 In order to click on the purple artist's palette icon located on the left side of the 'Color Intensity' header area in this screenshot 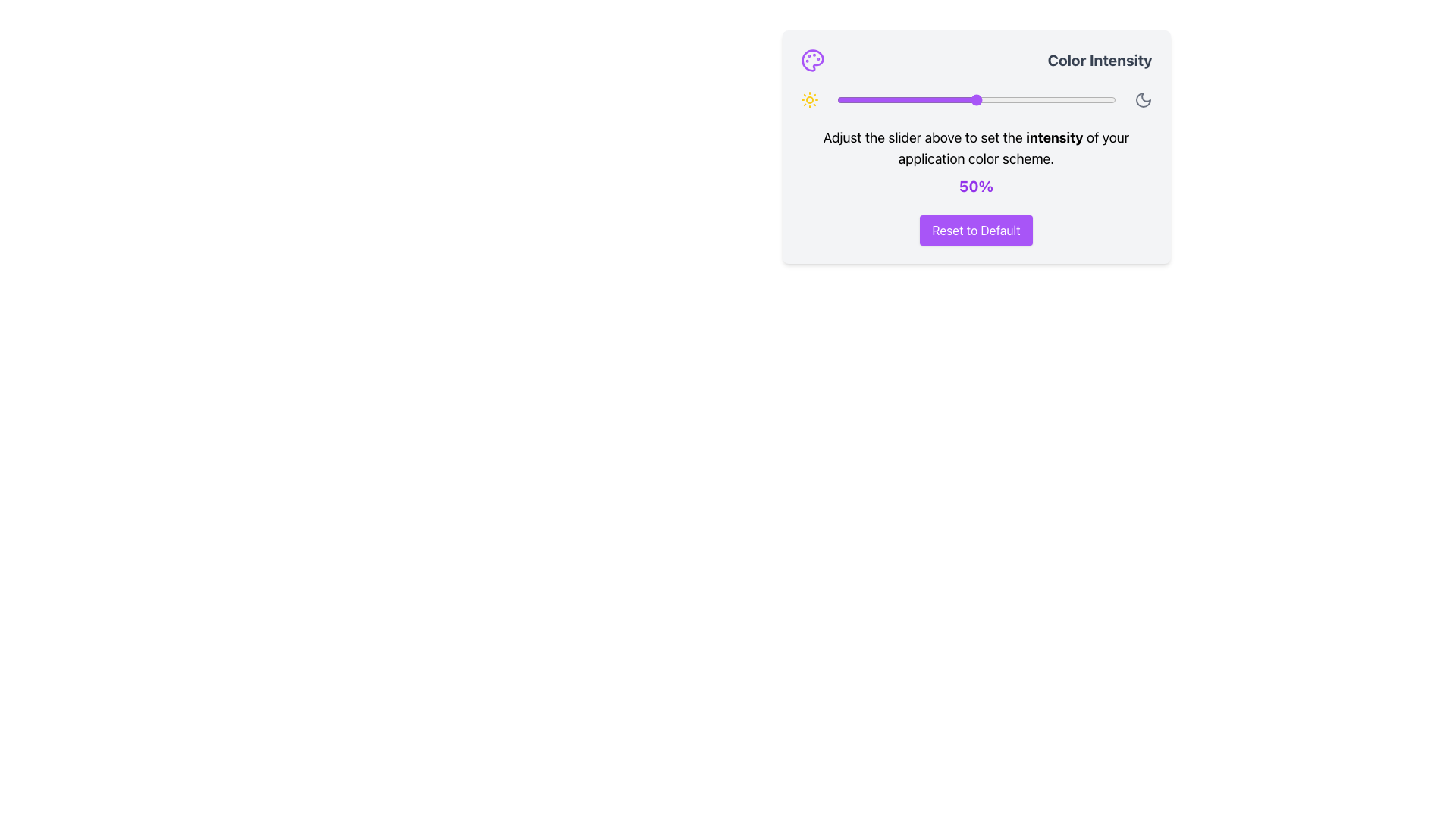, I will do `click(811, 60)`.